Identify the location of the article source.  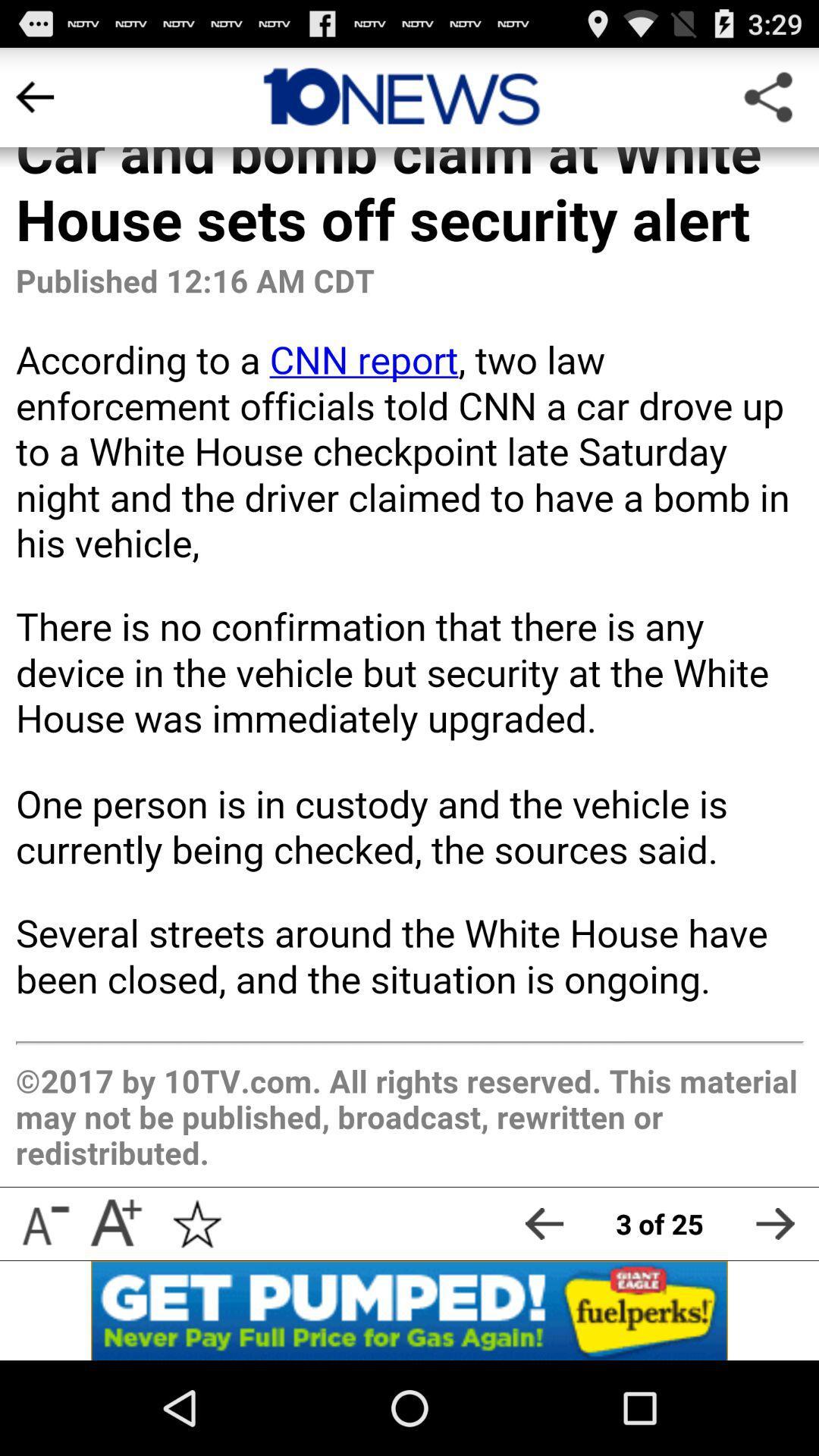
(400, 96).